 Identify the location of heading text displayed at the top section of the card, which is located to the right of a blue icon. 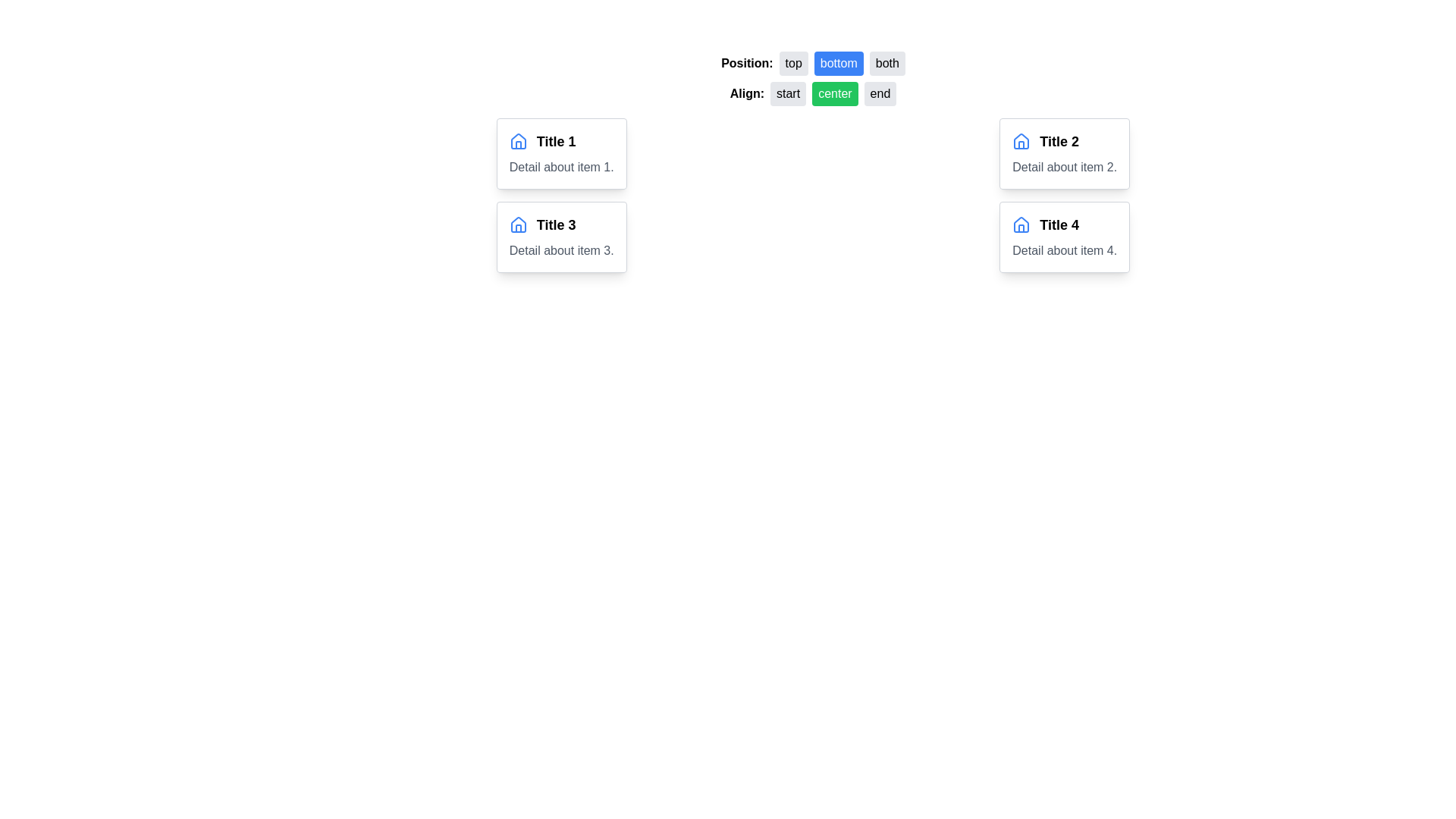
(560, 225).